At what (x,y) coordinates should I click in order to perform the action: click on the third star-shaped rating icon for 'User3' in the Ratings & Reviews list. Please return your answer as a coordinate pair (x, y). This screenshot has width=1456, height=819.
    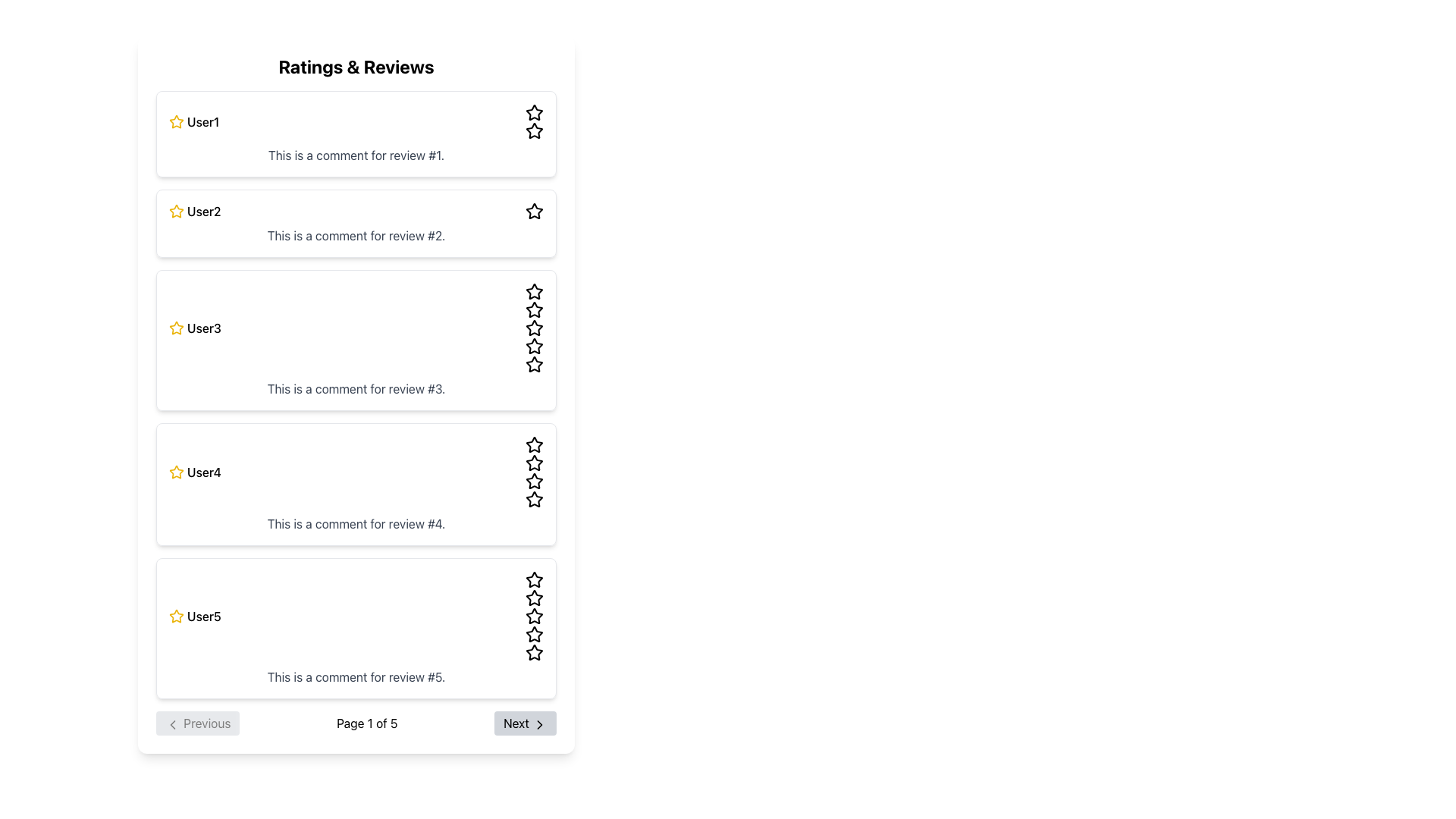
    Looking at the image, I should click on (535, 346).